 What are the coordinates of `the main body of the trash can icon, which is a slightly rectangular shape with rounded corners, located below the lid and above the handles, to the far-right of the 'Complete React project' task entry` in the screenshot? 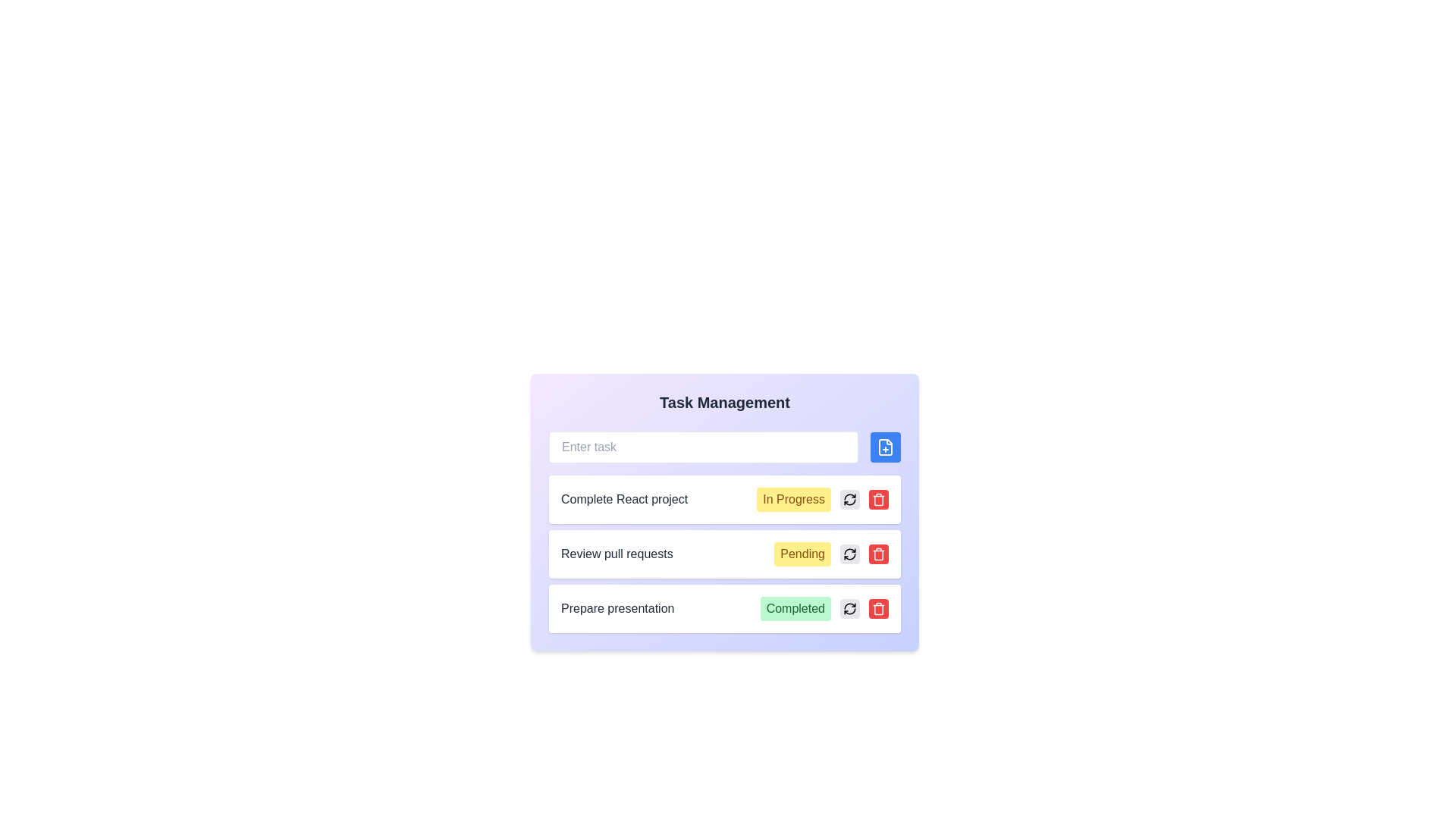 It's located at (878, 609).